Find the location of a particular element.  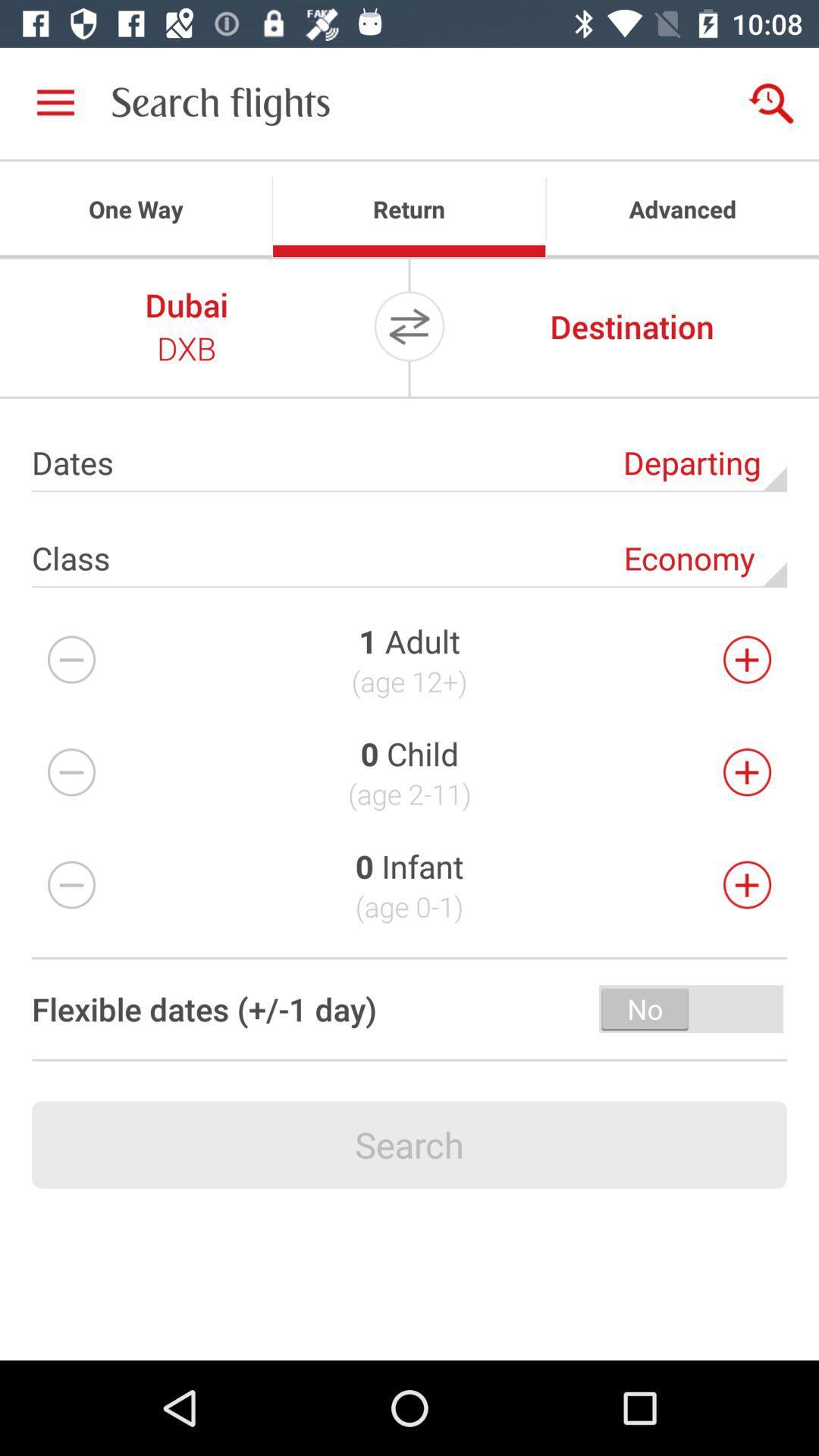

the minus icon is located at coordinates (71, 772).